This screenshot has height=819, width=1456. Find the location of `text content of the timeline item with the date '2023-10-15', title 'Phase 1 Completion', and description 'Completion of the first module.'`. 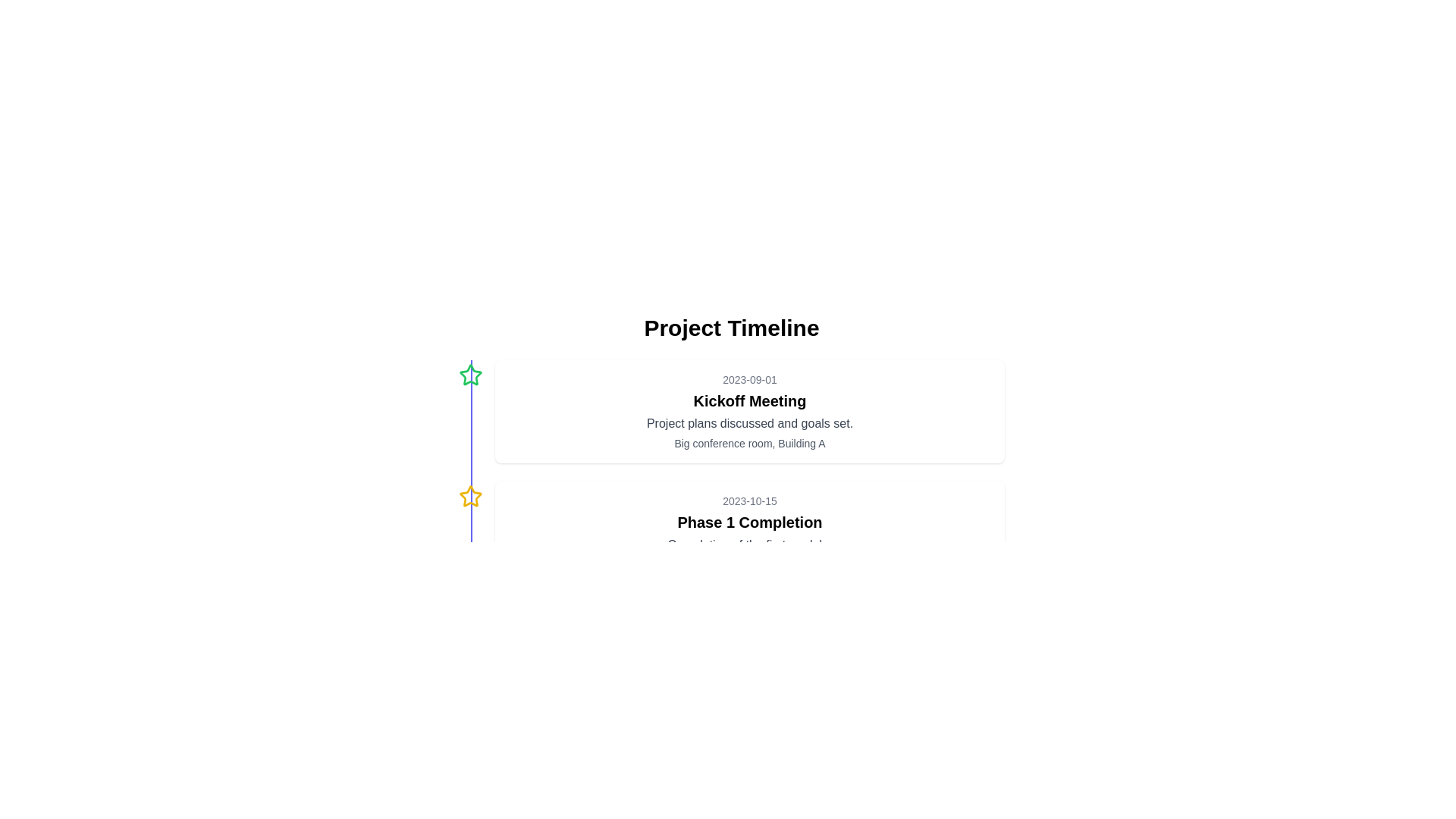

text content of the timeline item with the date '2023-10-15', title 'Phase 1 Completion', and description 'Completion of the first module.' is located at coordinates (731, 532).